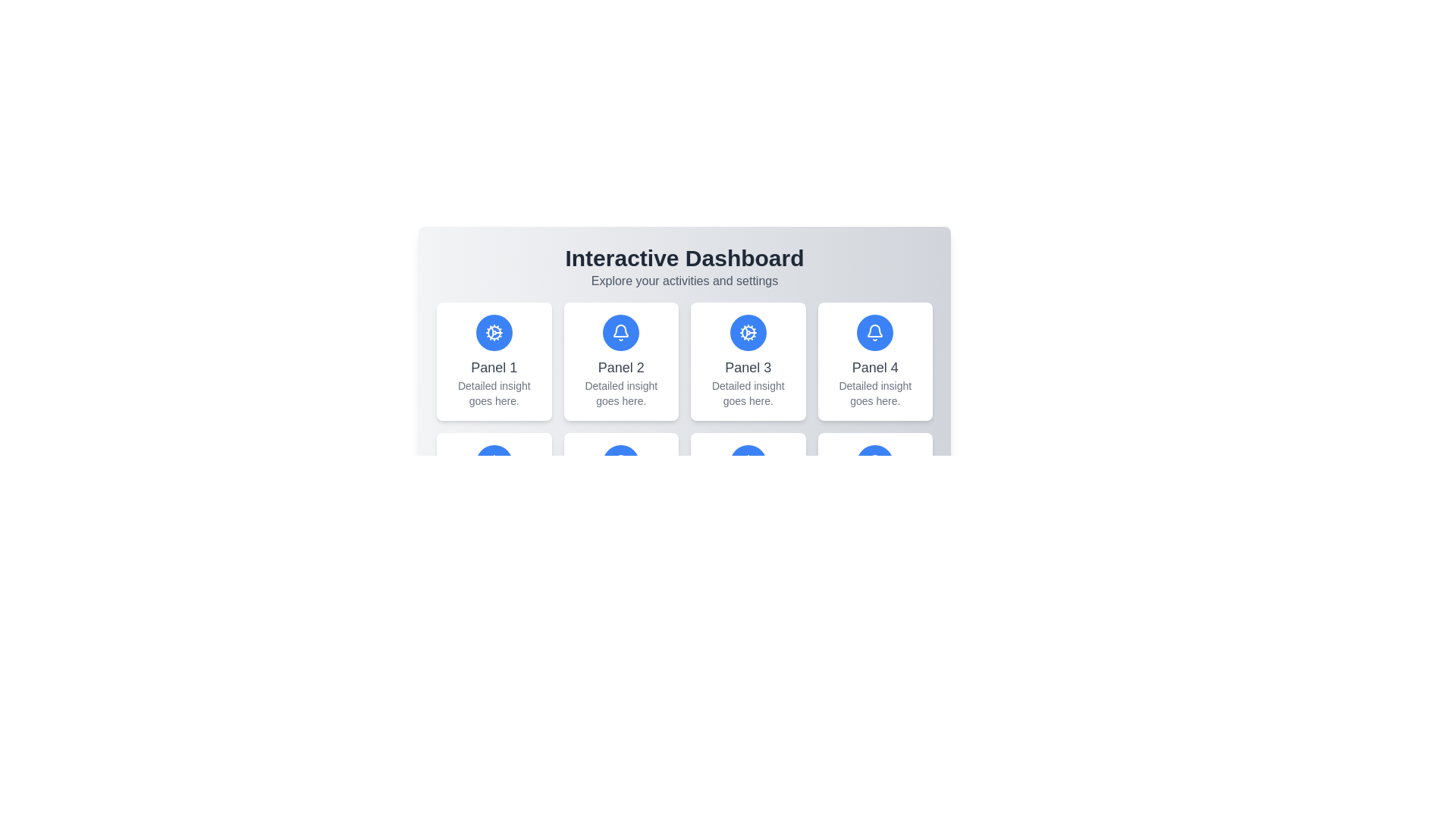 The height and width of the screenshot is (819, 1456). I want to click on the Informational card located as the fourth box in the first row of the grid layout, which serves as a navigation or informational card, so click(875, 362).